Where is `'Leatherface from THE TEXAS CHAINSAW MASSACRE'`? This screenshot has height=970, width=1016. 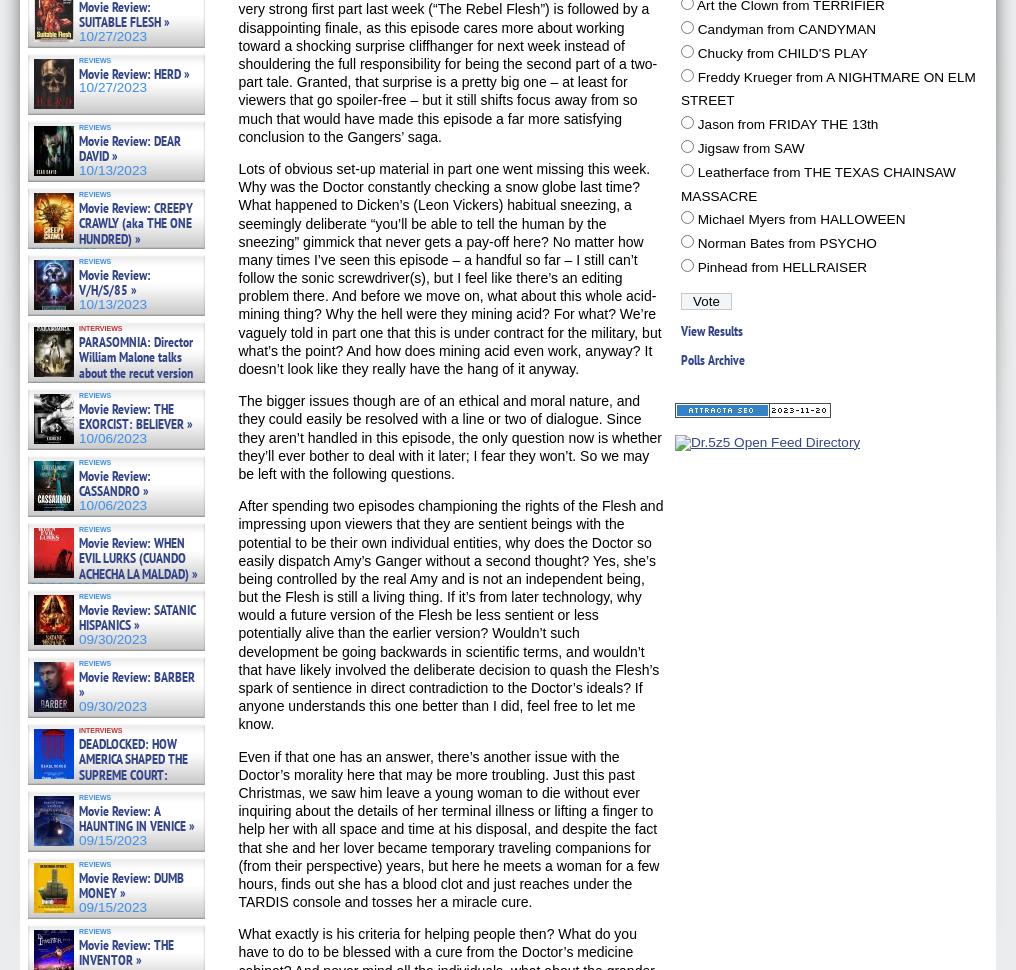 'Leatherface from THE TEXAS CHAINSAW MASSACRE' is located at coordinates (816, 182).